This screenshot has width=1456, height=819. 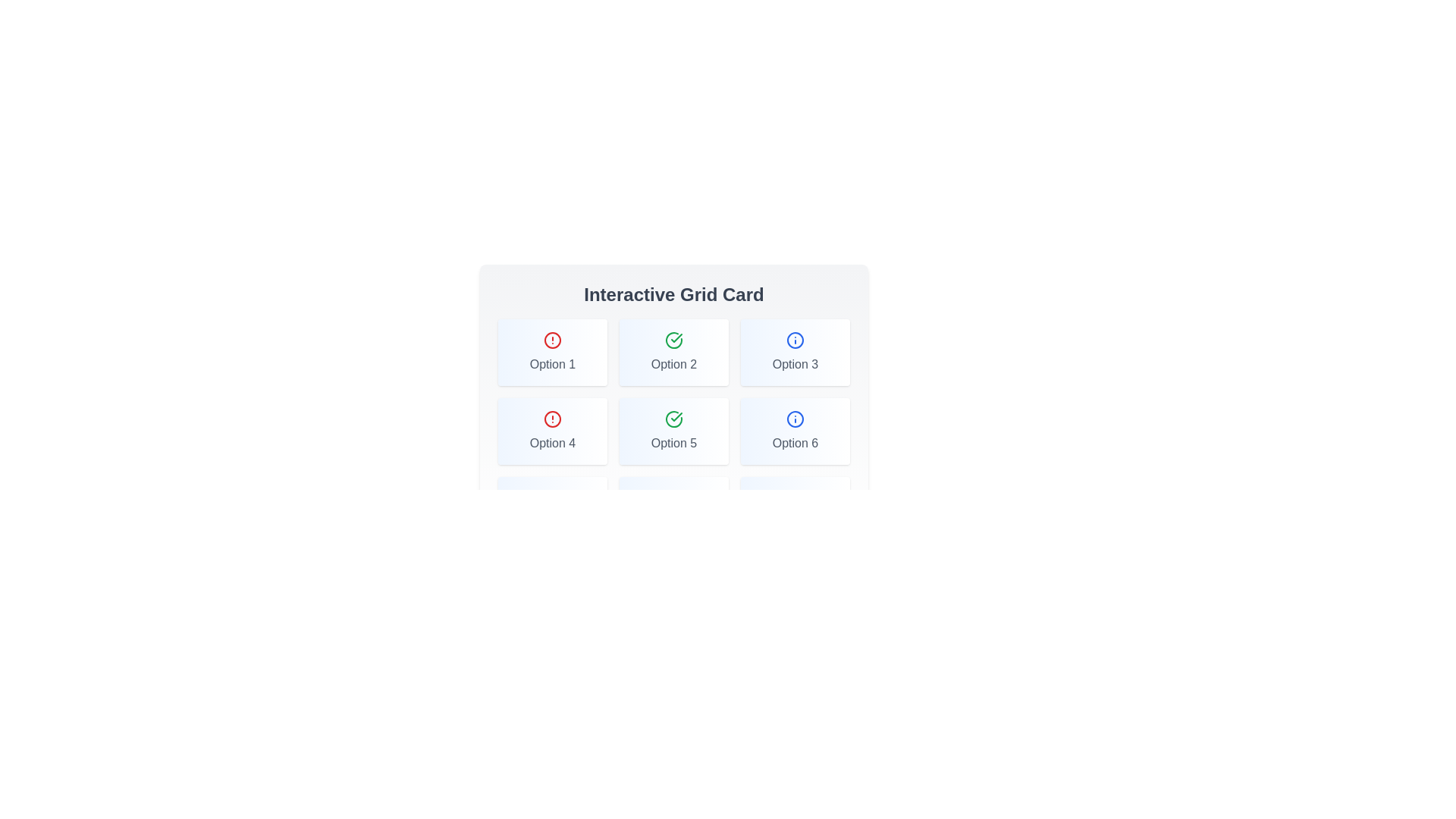 What do you see at coordinates (552, 444) in the screenshot?
I see `label 'Option 4' which is positioned at the bottom-center of the fourth card in the grid` at bounding box center [552, 444].